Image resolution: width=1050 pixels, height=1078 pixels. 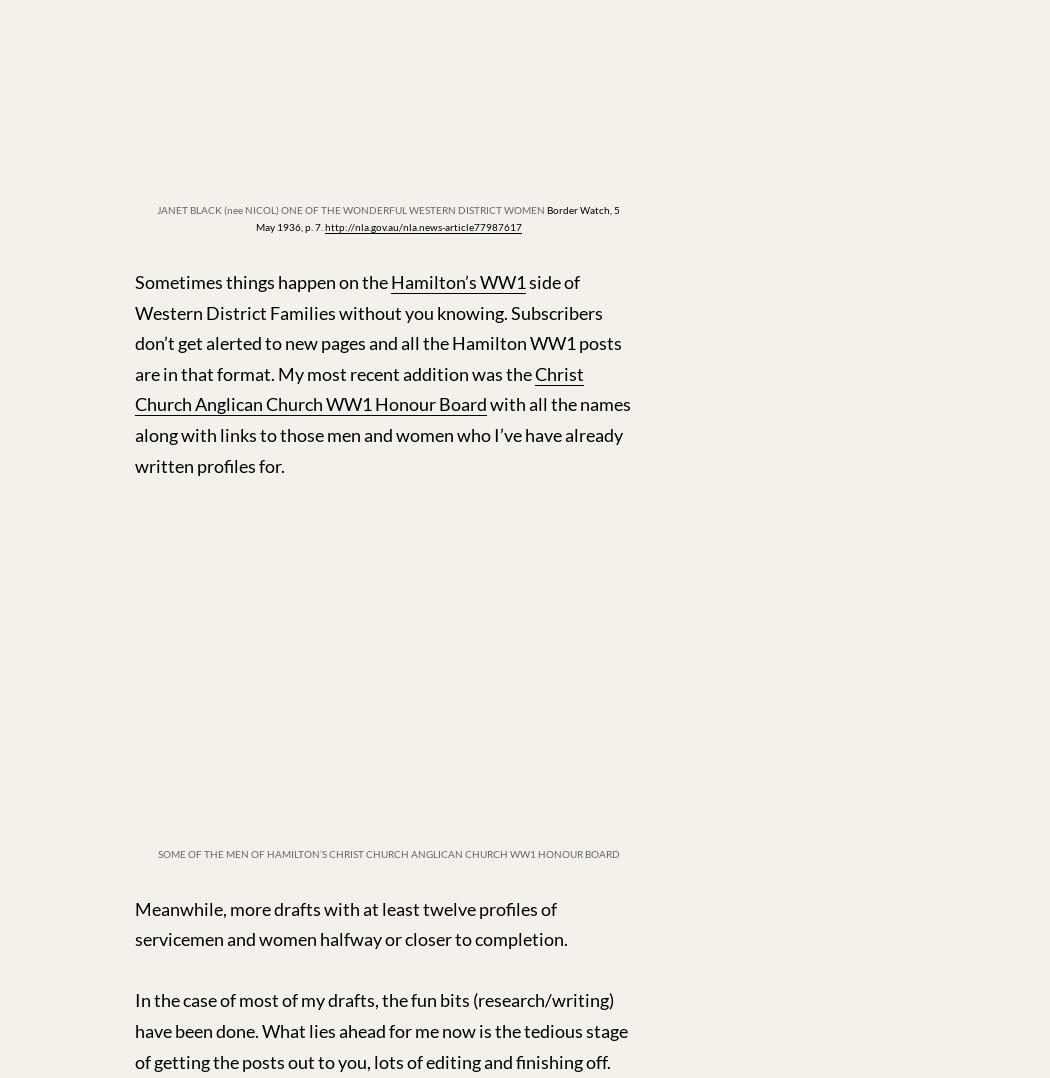 What do you see at coordinates (262, 281) in the screenshot?
I see `'Sometimes things happen on the'` at bounding box center [262, 281].